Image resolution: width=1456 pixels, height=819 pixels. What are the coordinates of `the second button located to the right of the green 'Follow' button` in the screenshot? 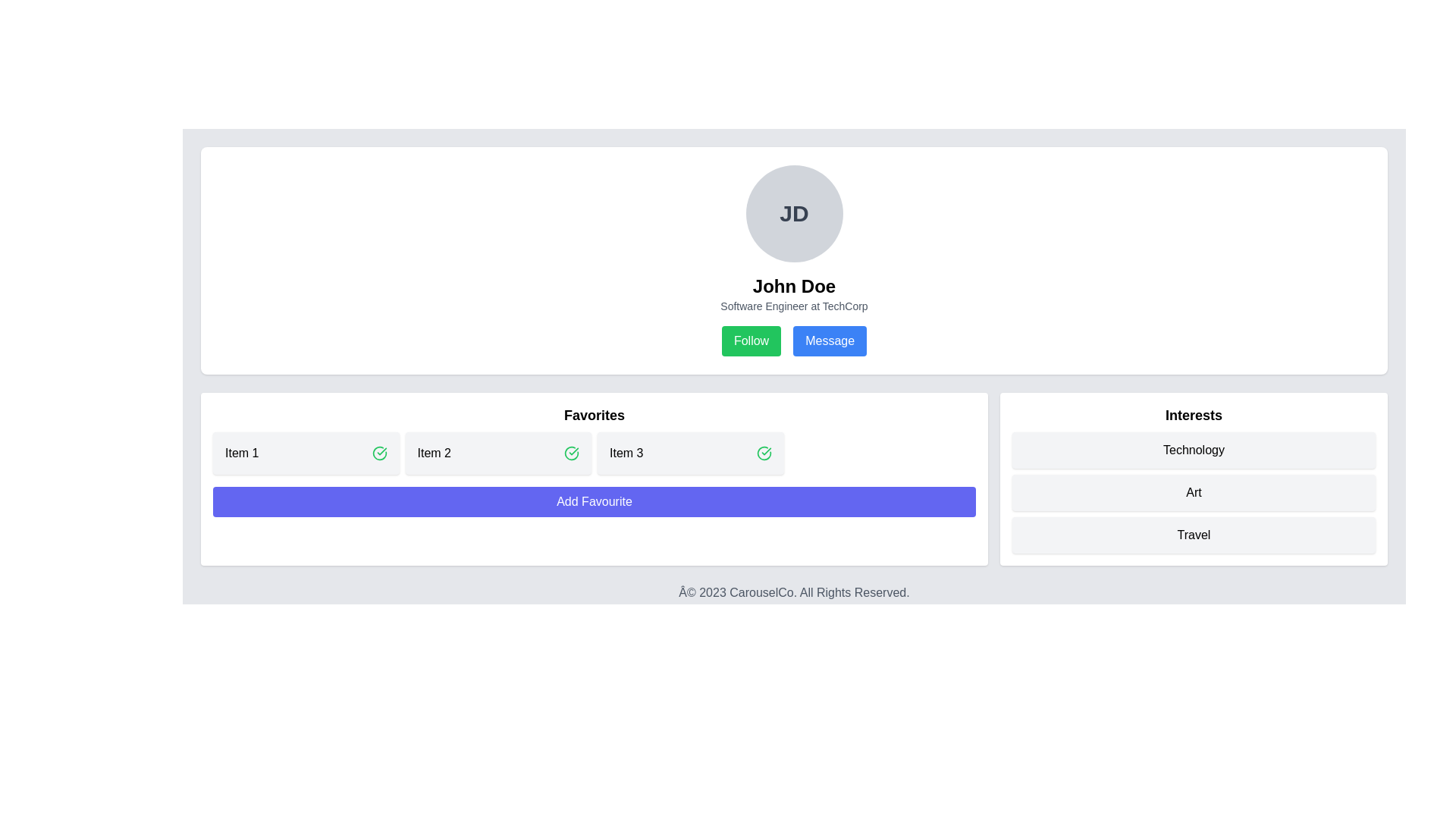 It's located at (829, 341).